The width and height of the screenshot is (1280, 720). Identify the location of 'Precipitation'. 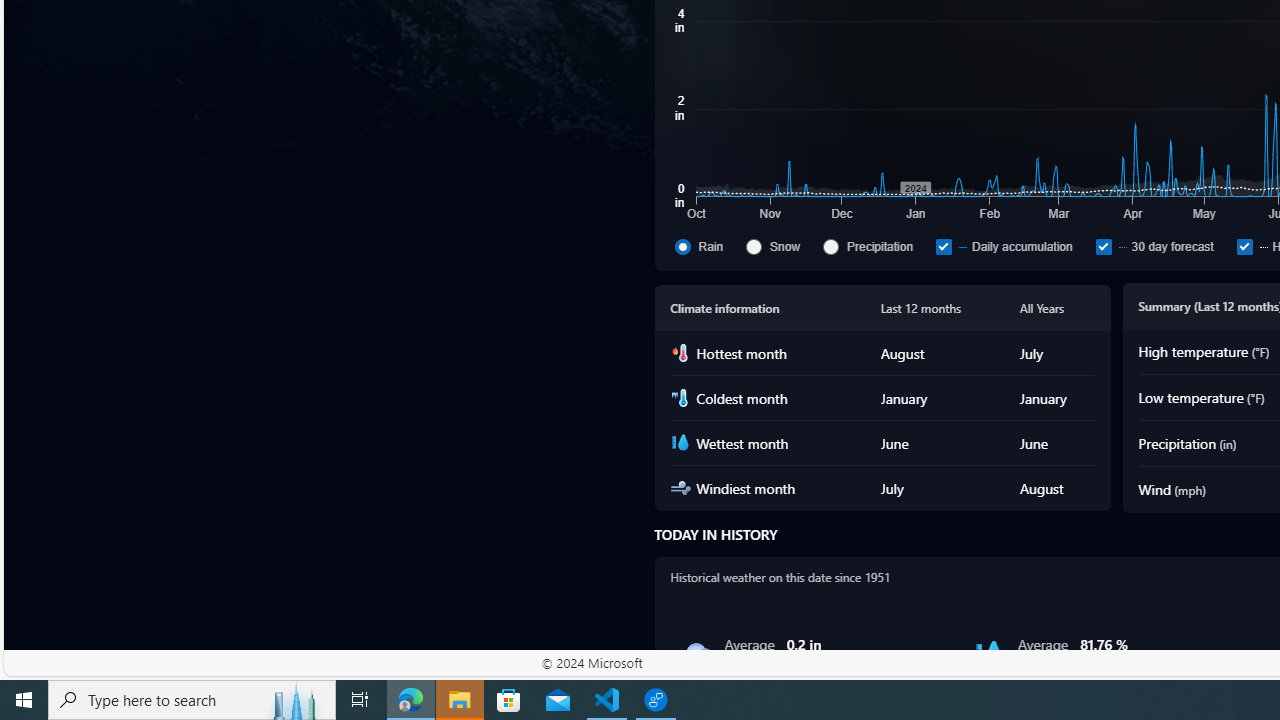
(875, 245).